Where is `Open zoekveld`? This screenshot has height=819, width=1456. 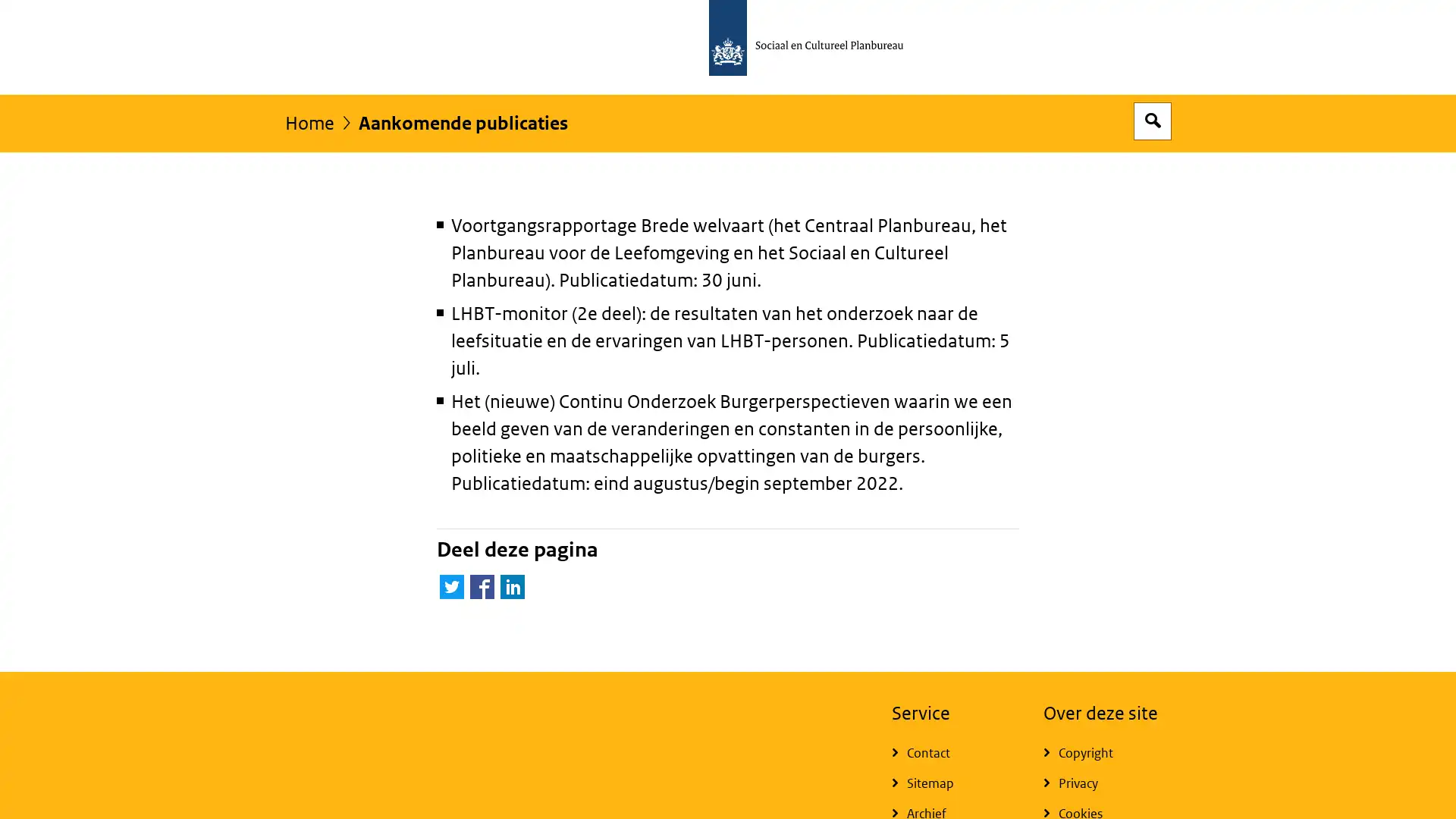 Open zoekveld is located at coordinates (1153, 120).